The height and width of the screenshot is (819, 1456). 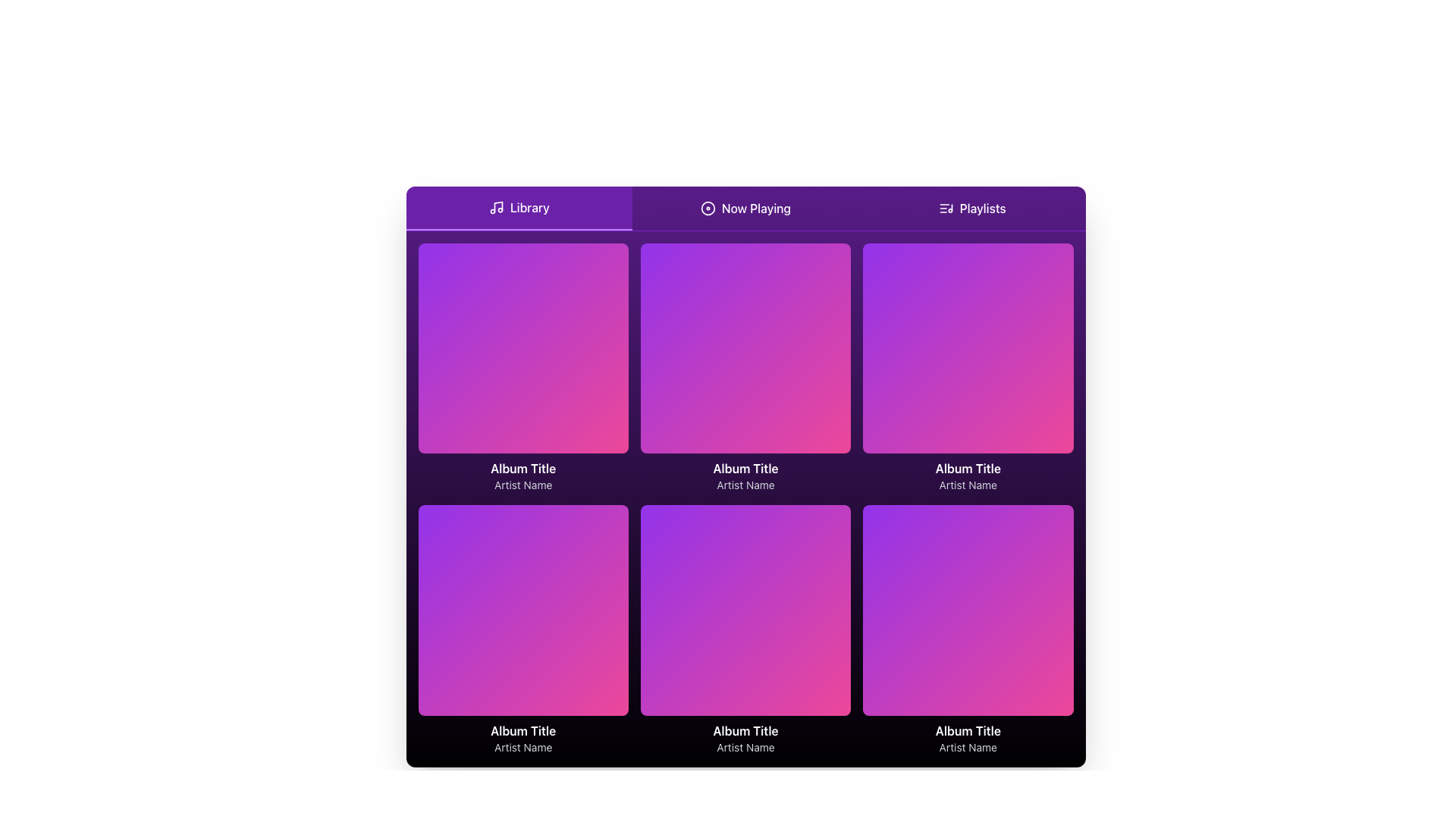 What do you see at coordinates (745, 610) in the screenshot?
I see `the square-shaped background element with rounded corners that has a gradient from purple to pink, located in the center of the bottom row of a grid layout` at bounding box center [745, 610].